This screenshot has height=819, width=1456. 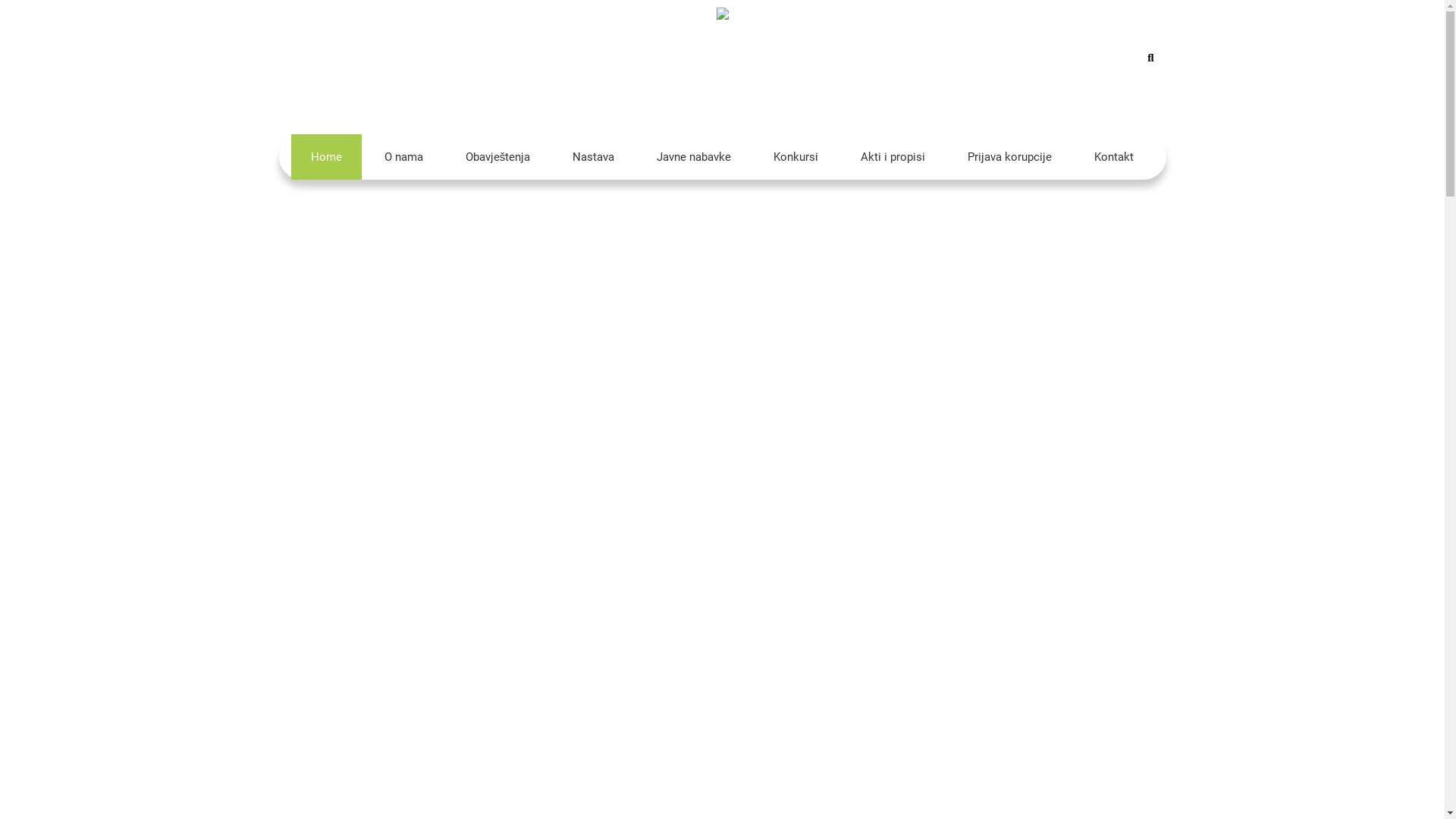 What do you see at coordinates (592, 157) in the screenshot?
I see `'Nastava'` at bounding box center [592, 157].